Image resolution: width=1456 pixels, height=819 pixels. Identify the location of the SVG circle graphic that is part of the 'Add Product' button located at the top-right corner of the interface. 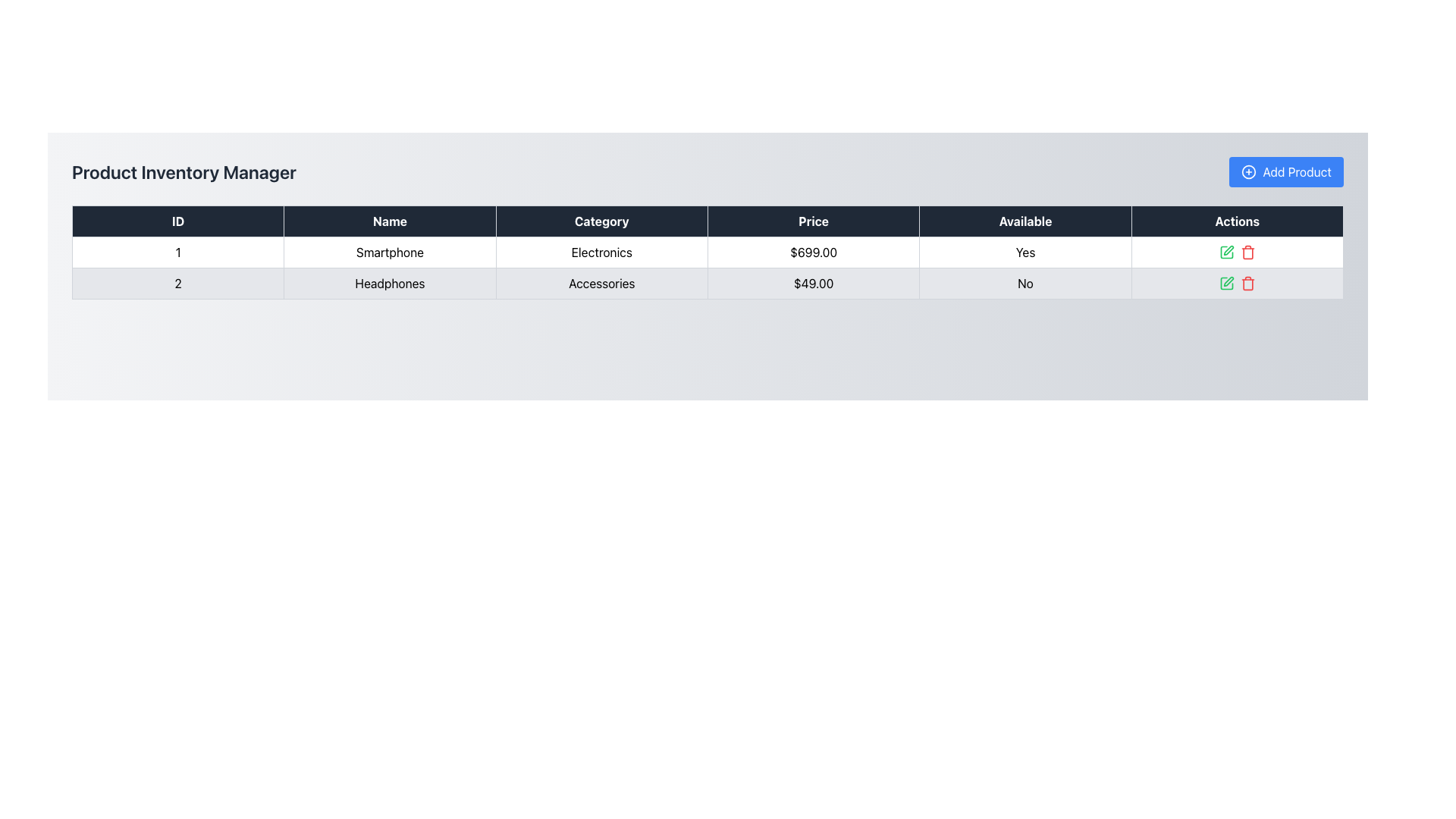
(1249, 171).